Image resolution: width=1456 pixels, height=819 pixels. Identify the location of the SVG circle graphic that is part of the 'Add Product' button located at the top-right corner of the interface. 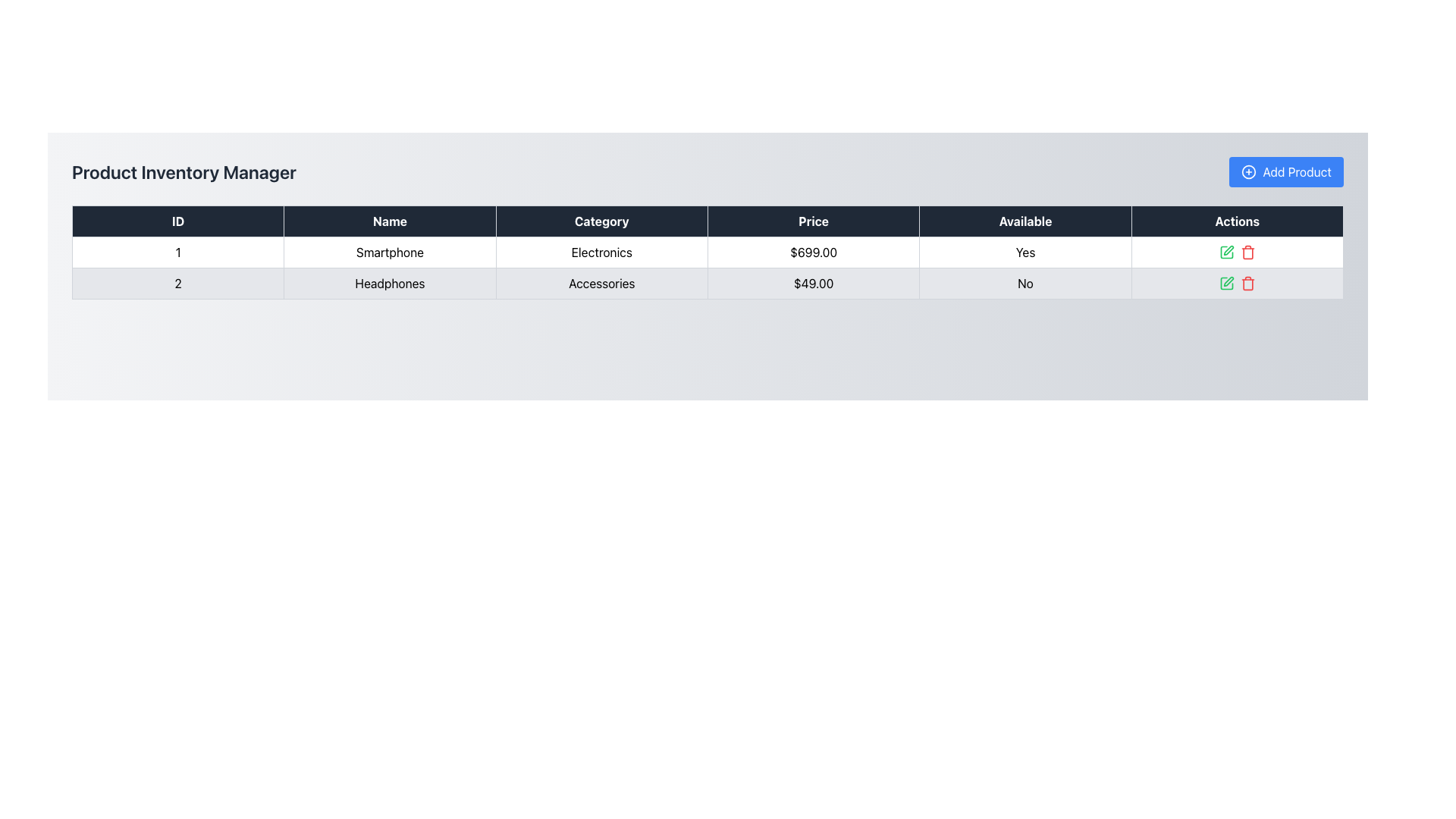
(1249, 171).